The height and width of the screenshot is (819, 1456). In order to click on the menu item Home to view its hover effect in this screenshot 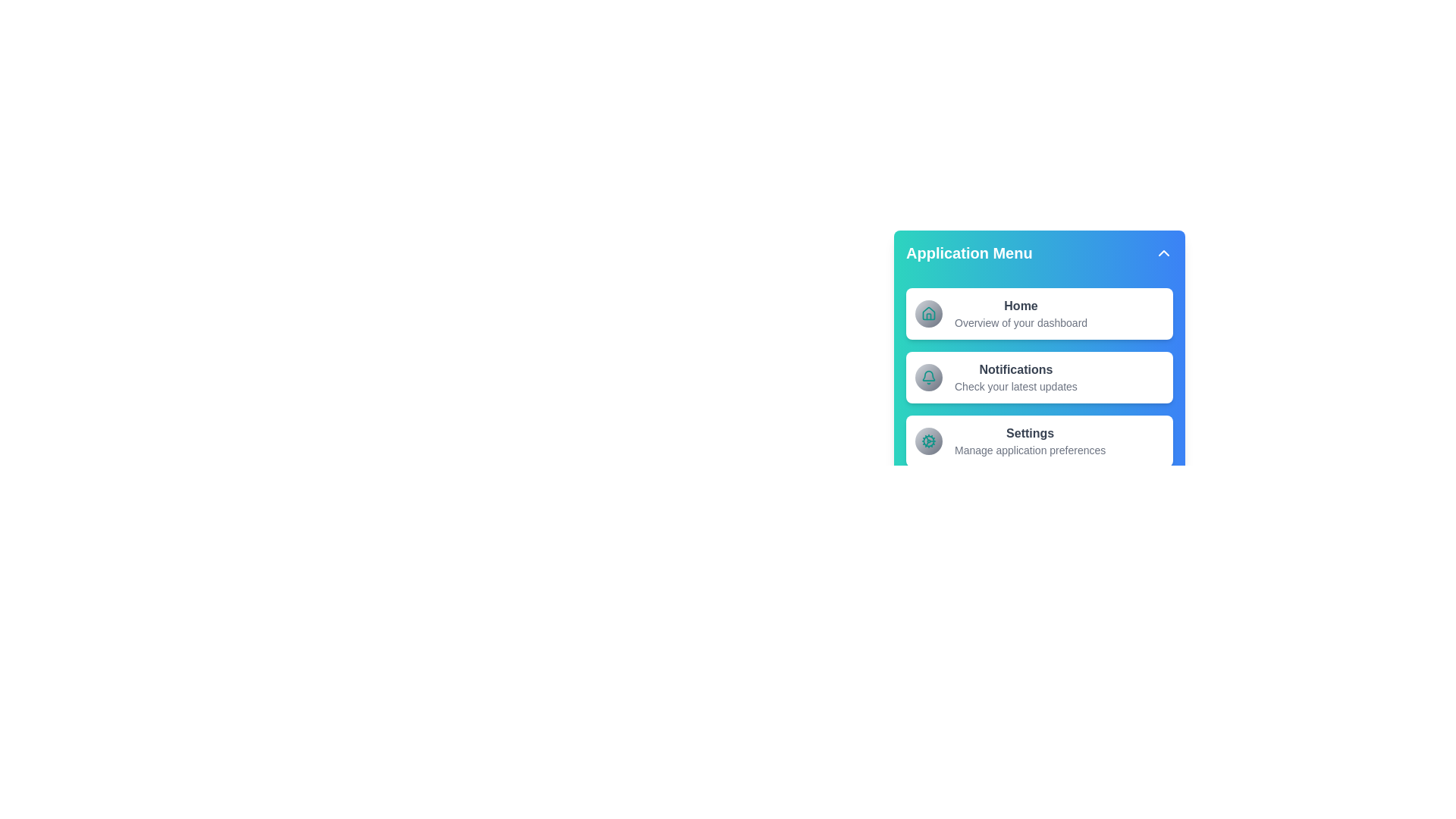, I will do `click(1039, 312)`.